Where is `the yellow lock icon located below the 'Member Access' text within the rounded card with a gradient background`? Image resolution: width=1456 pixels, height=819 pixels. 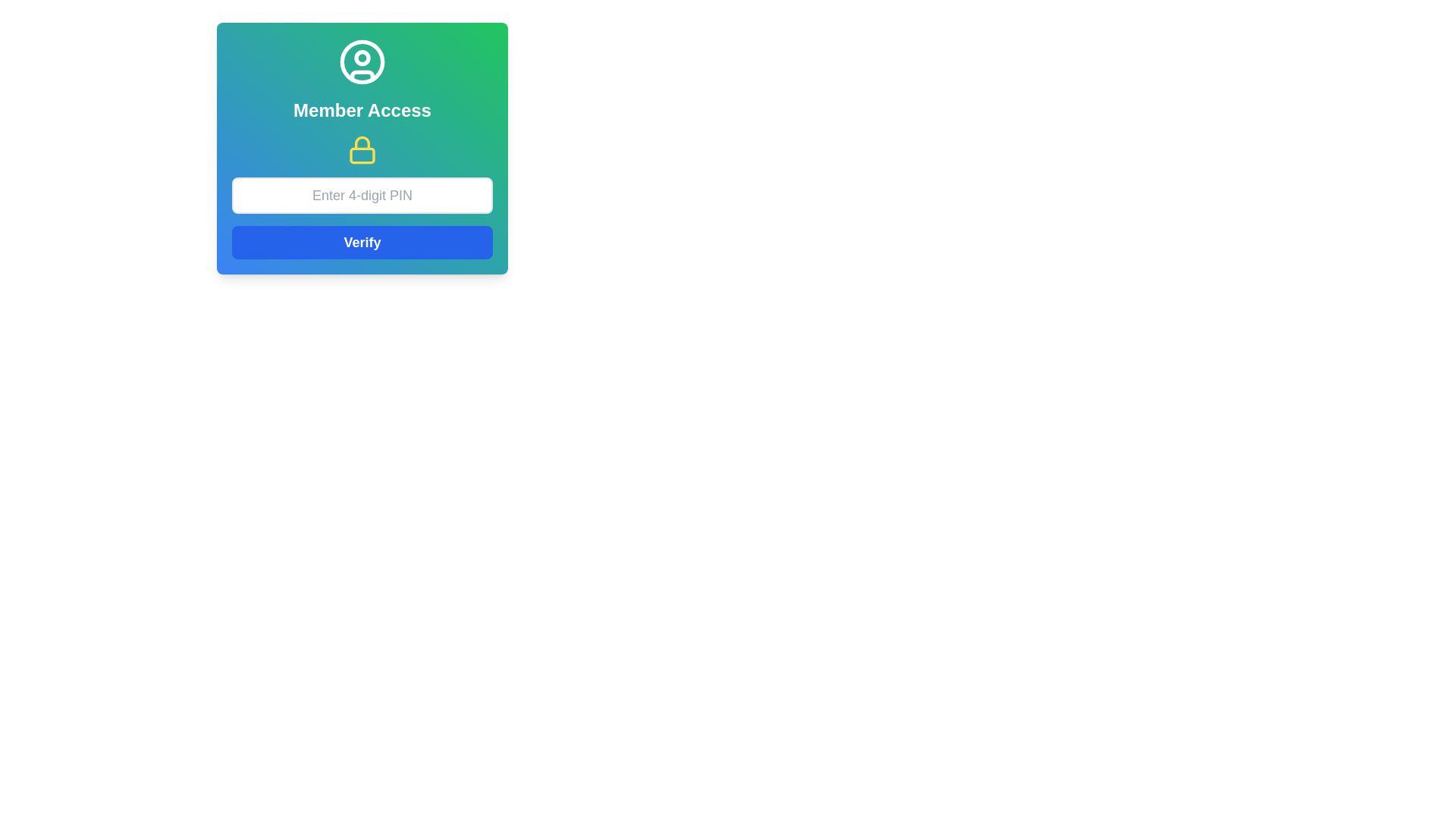 the yellow lock icon located below the 'Member Access' text within the rounded card with a gradient background is located at coordinates (362, 149).